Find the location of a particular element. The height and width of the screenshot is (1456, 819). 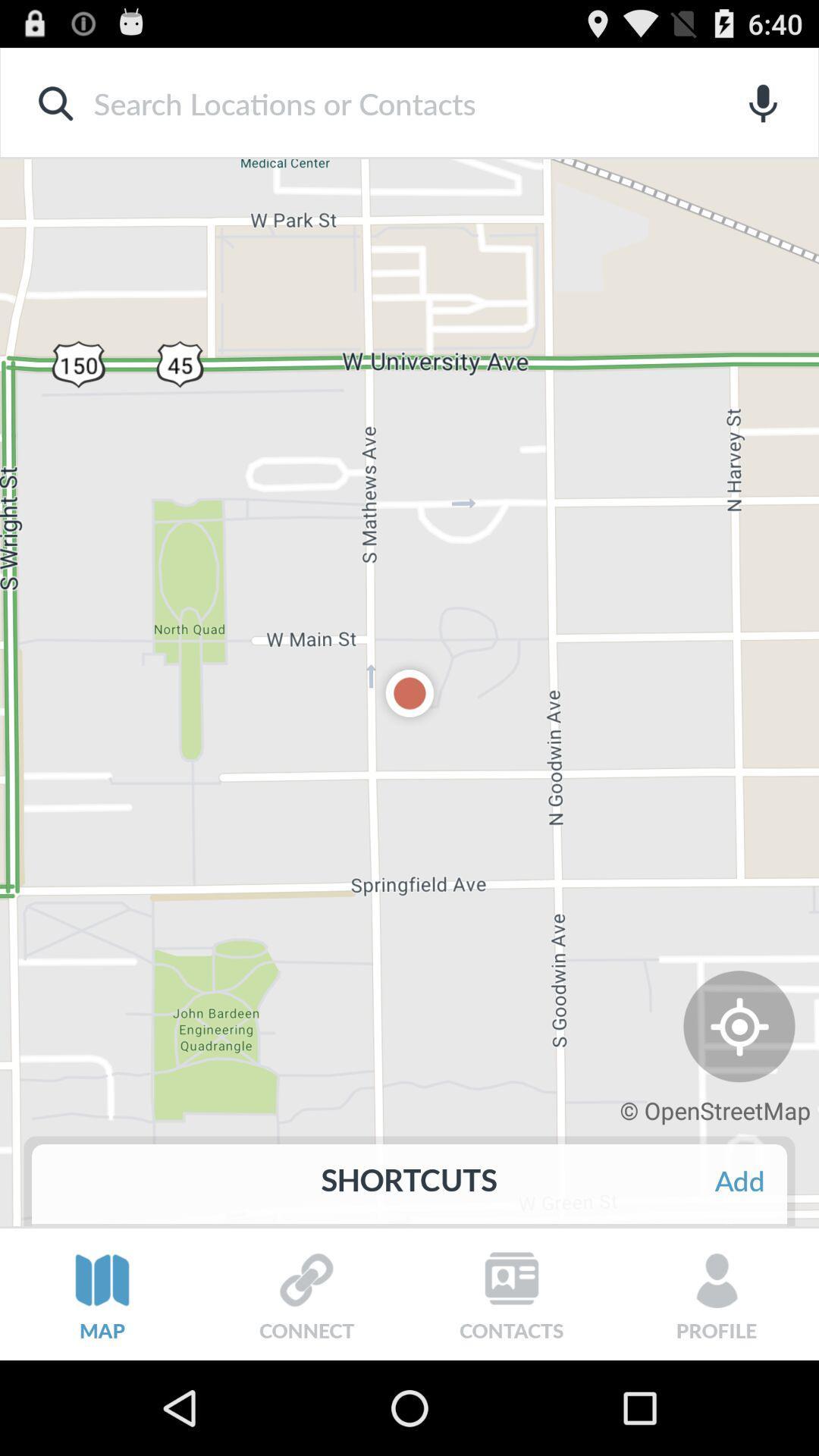

the location_crosshair icon is located at coordinates (739, 1098).